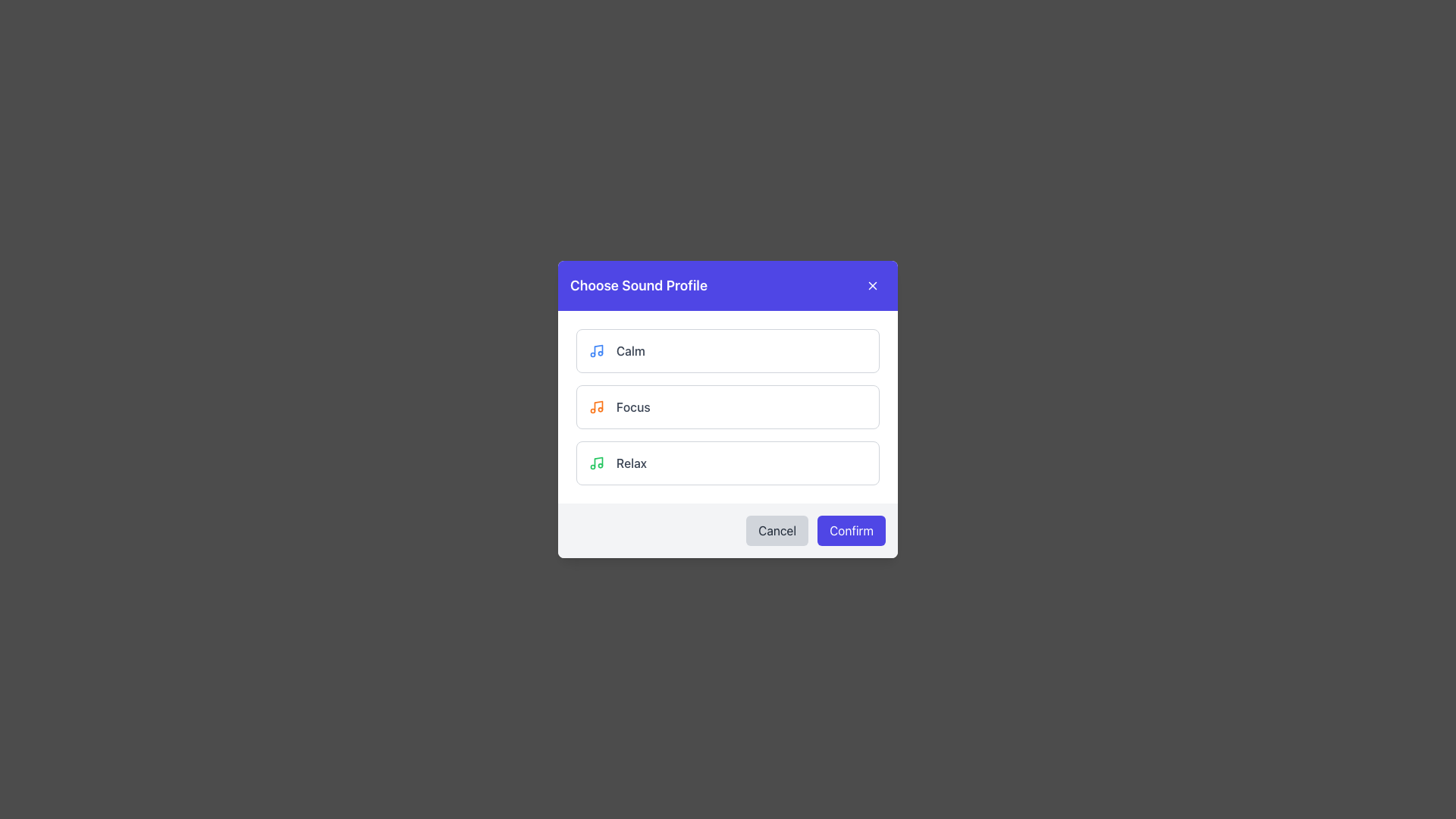 The height and width of the screenshot is (819, 1456). What do you see at coordinates (596, 350) in the screenshot?
I see `the musical note icon, which is a blue rounded stylized shape located in the topmost row of the list within the modal window, directly before the text label 'Calm'` at bounding box center [596, 350].